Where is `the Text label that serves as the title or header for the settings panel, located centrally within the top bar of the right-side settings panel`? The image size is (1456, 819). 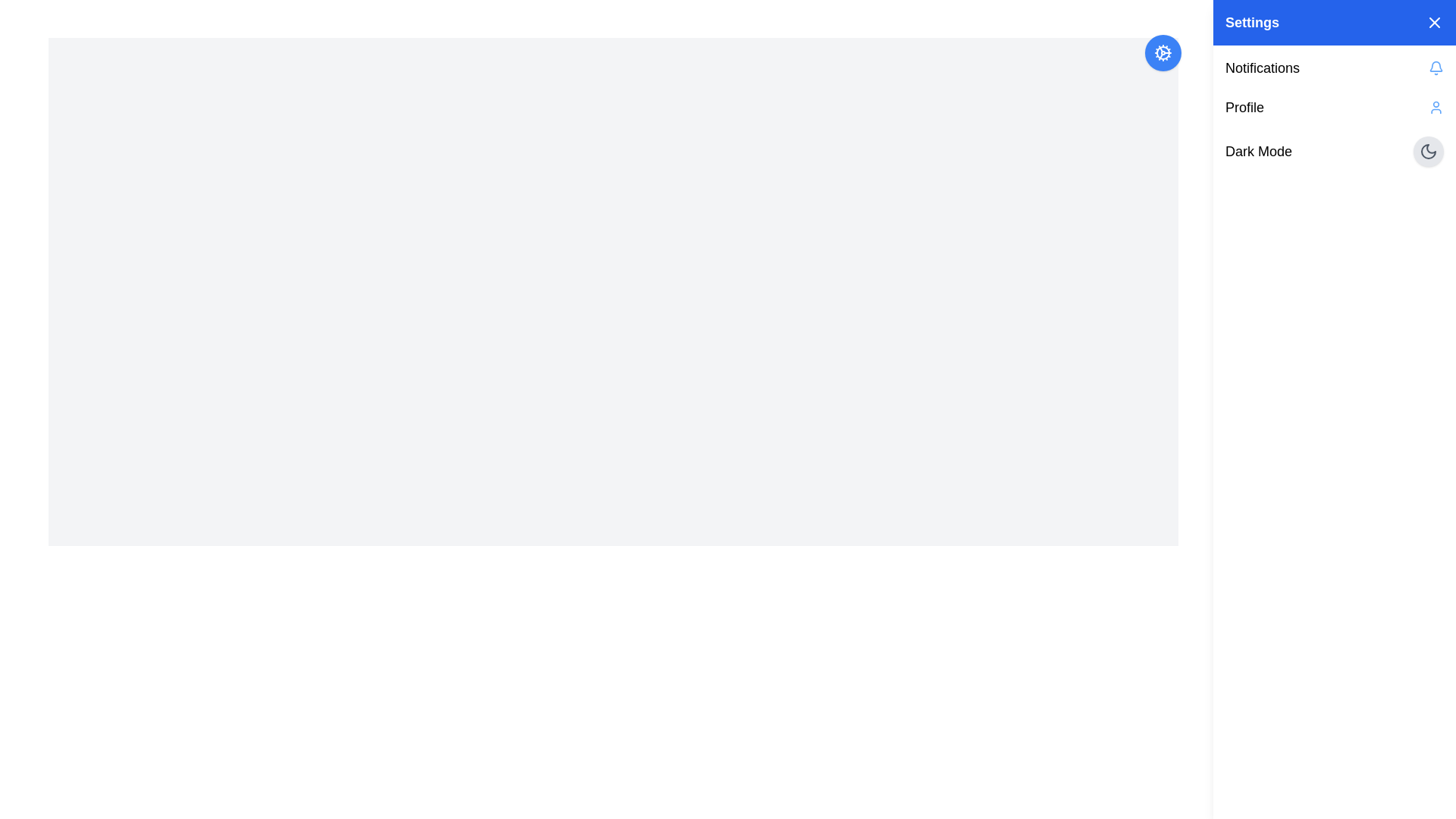 the Text label that serves as the title or header for the settings panel, located centrally within the top bar of the right-side settings panel is located at coordinates (1252, 23).